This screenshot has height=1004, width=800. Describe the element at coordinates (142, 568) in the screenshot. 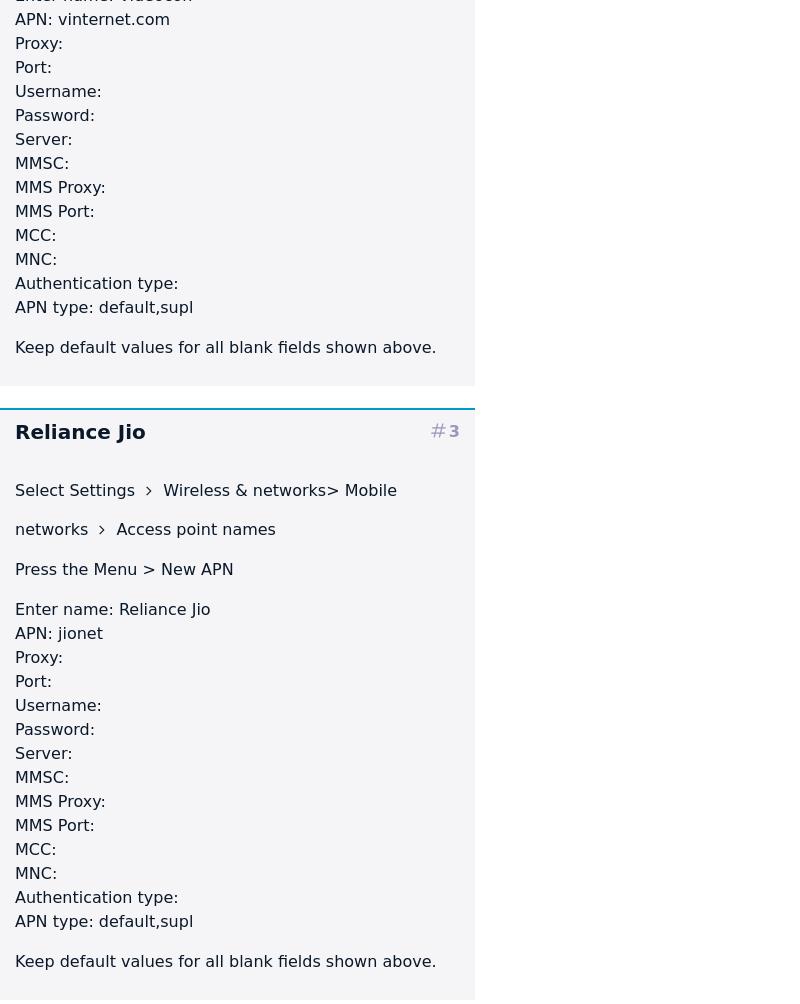

I see `'> New APN'` at that location.